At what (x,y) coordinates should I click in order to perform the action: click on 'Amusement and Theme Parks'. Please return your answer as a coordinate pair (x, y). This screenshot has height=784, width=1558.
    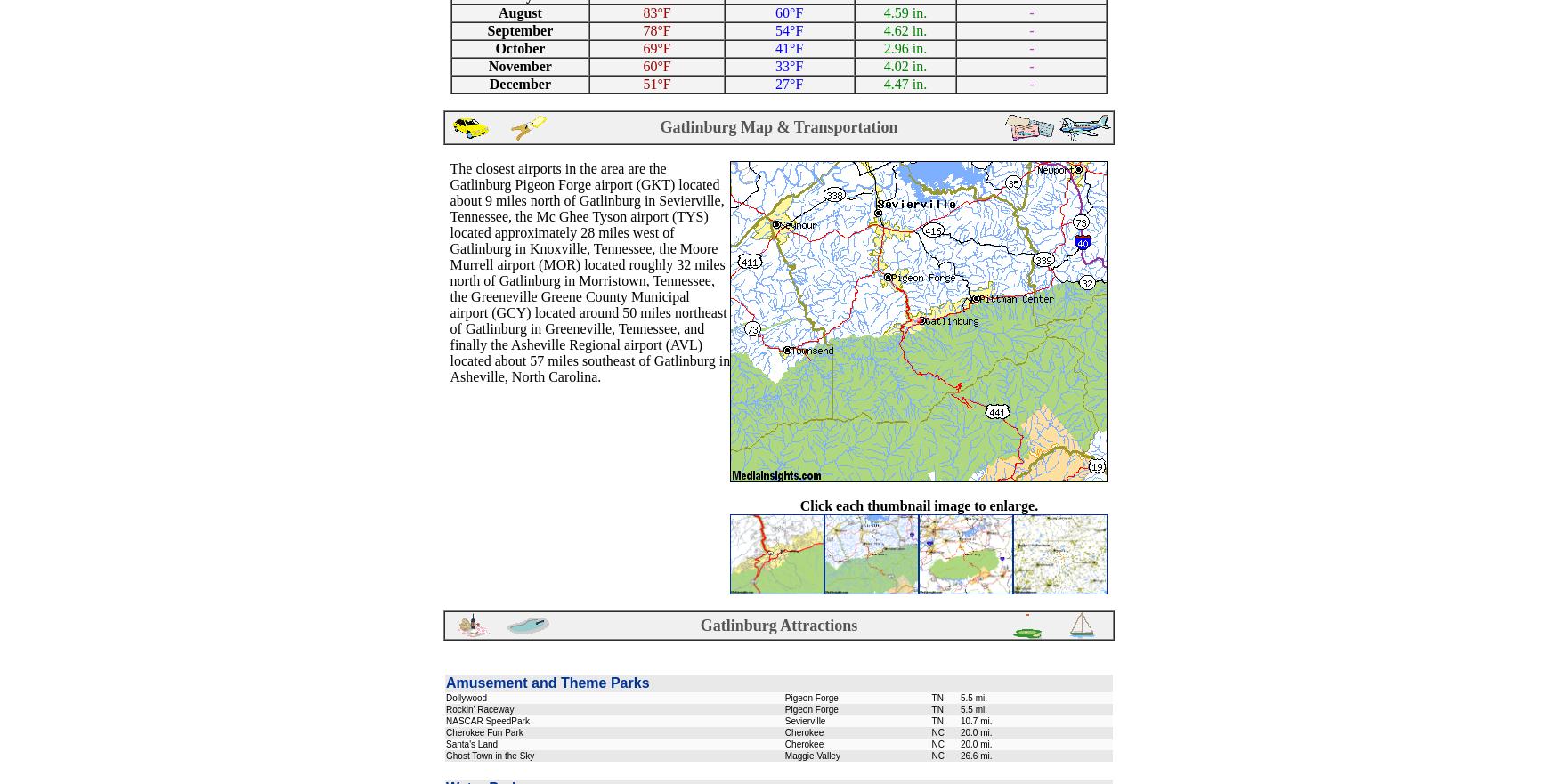
    Looking at the image, I should click on (547, 682).